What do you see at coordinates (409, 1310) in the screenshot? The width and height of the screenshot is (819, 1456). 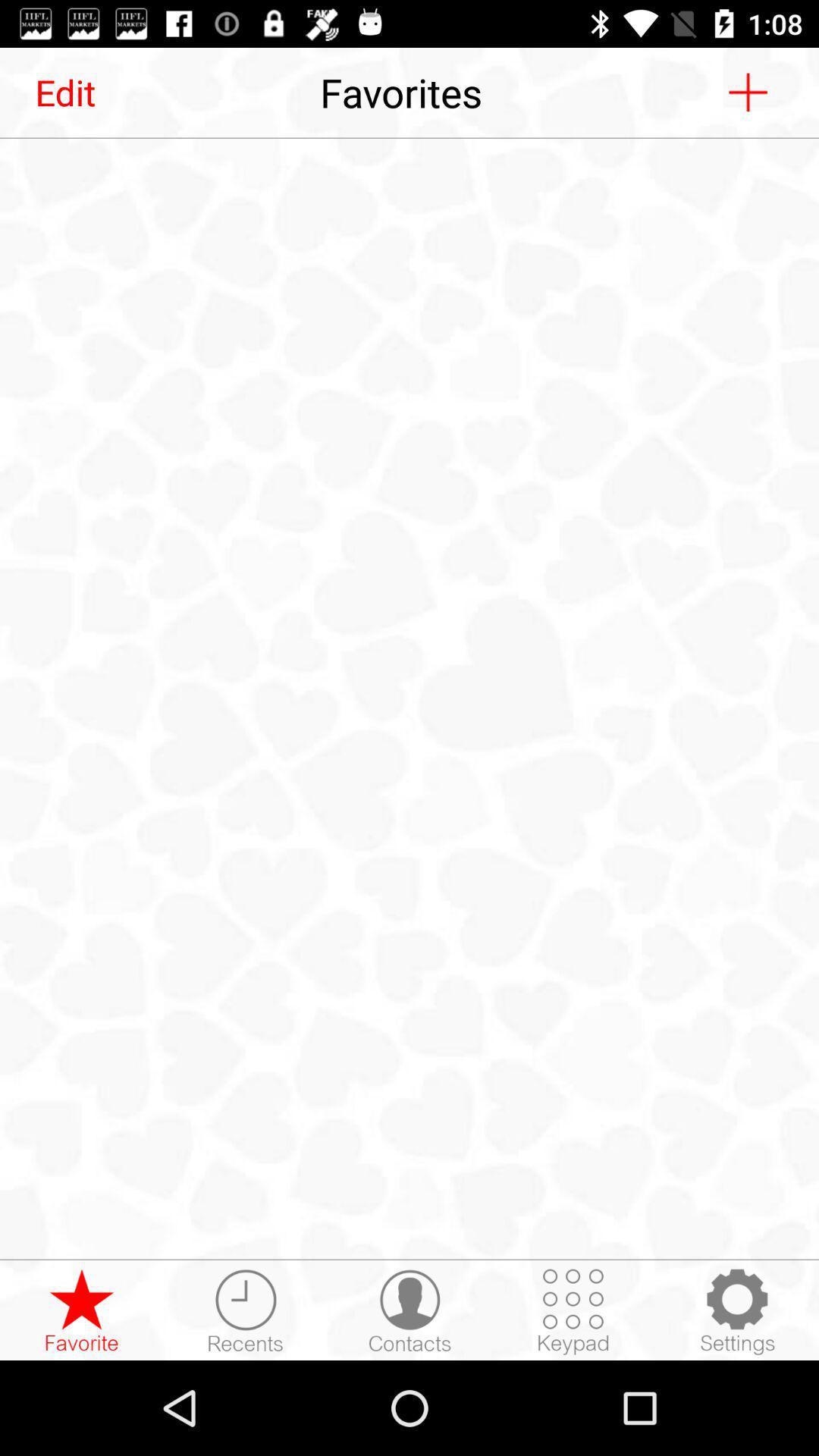 I see `open list of contacts` at bounding box center [409, 1310].